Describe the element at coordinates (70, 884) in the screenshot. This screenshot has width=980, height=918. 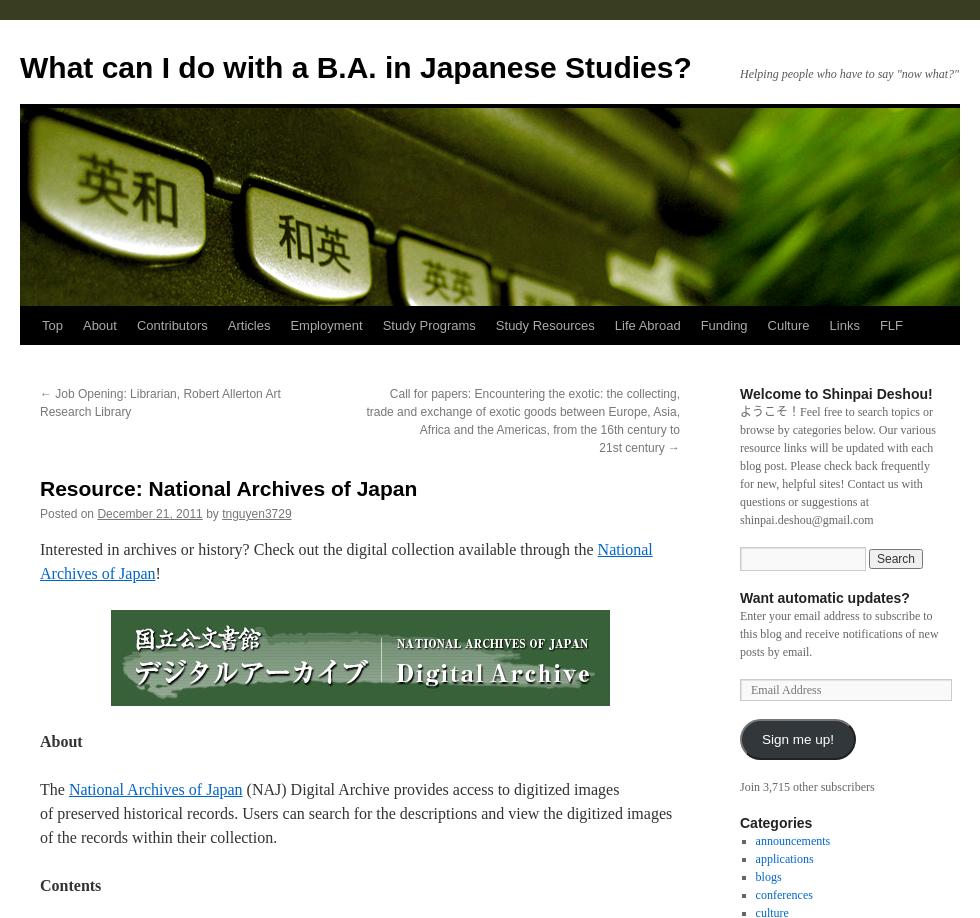
I see `'Contents'` at that location.